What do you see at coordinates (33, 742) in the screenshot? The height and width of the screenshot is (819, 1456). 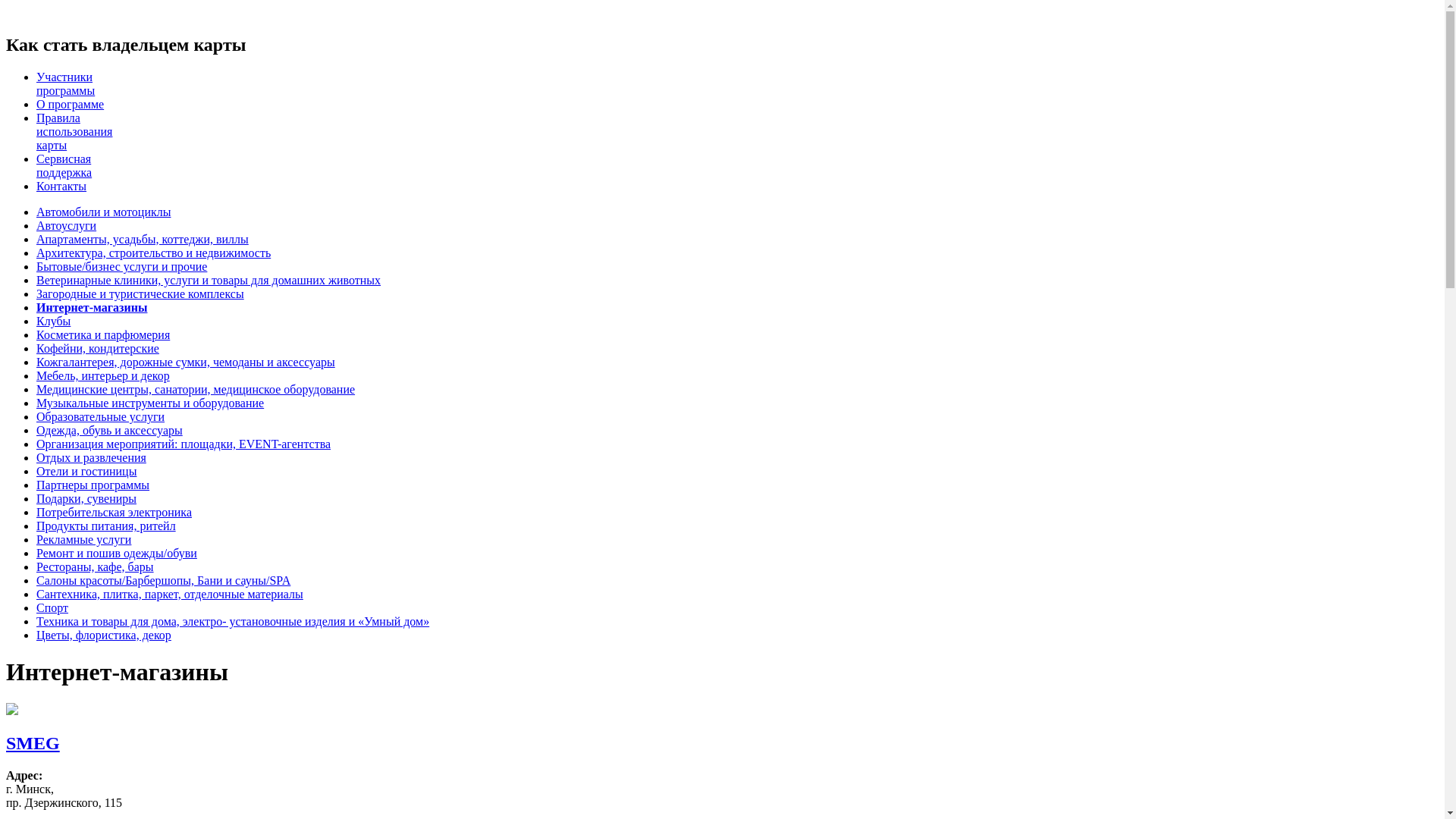 I see `'SMEG'` at bounding box center [33, 742].